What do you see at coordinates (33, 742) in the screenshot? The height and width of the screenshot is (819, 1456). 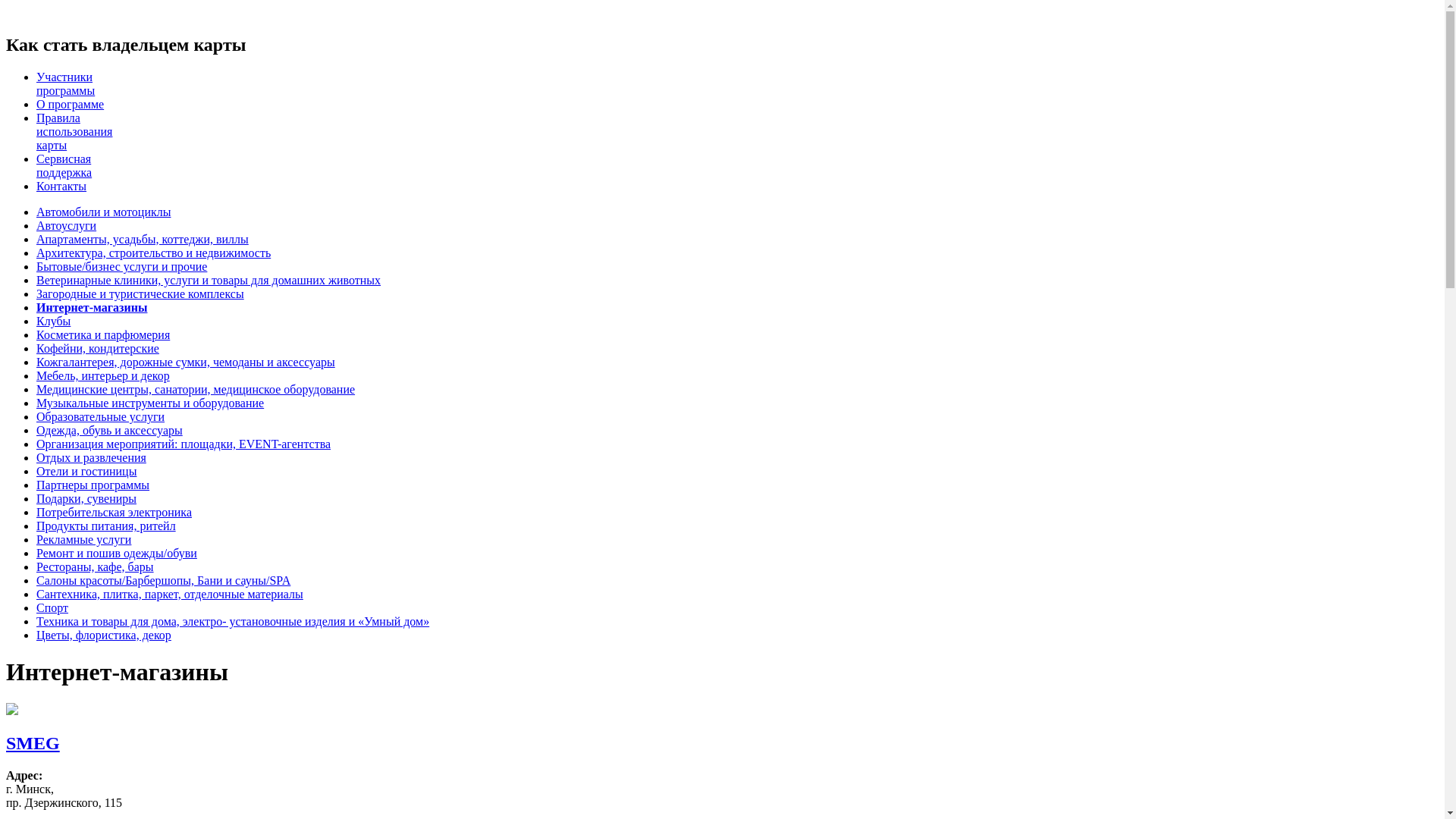 I see `'SMEG'` at bounding box center [33, 742].